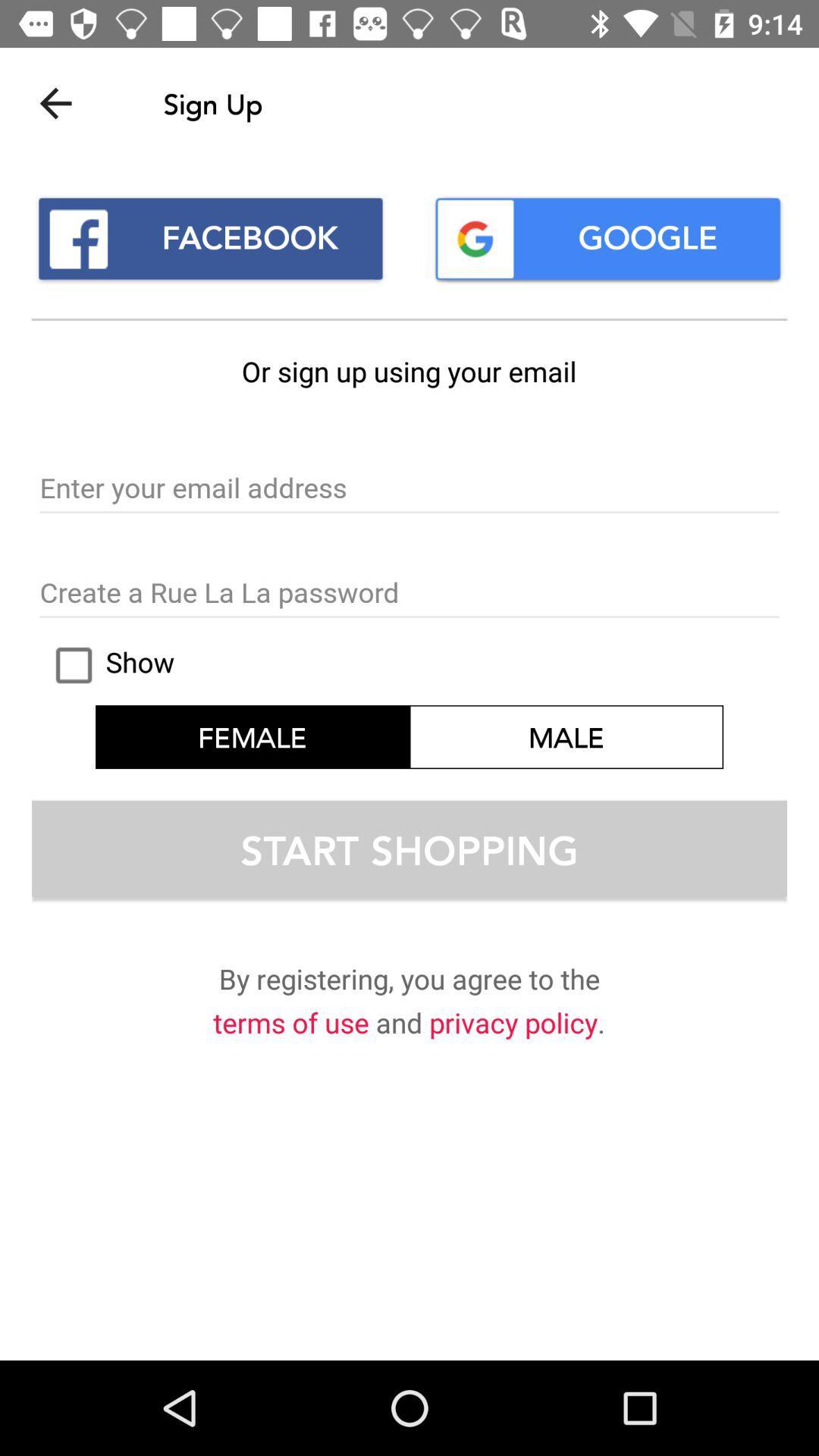  I want to click on item below the by registering you icon, so click(513, 1025).